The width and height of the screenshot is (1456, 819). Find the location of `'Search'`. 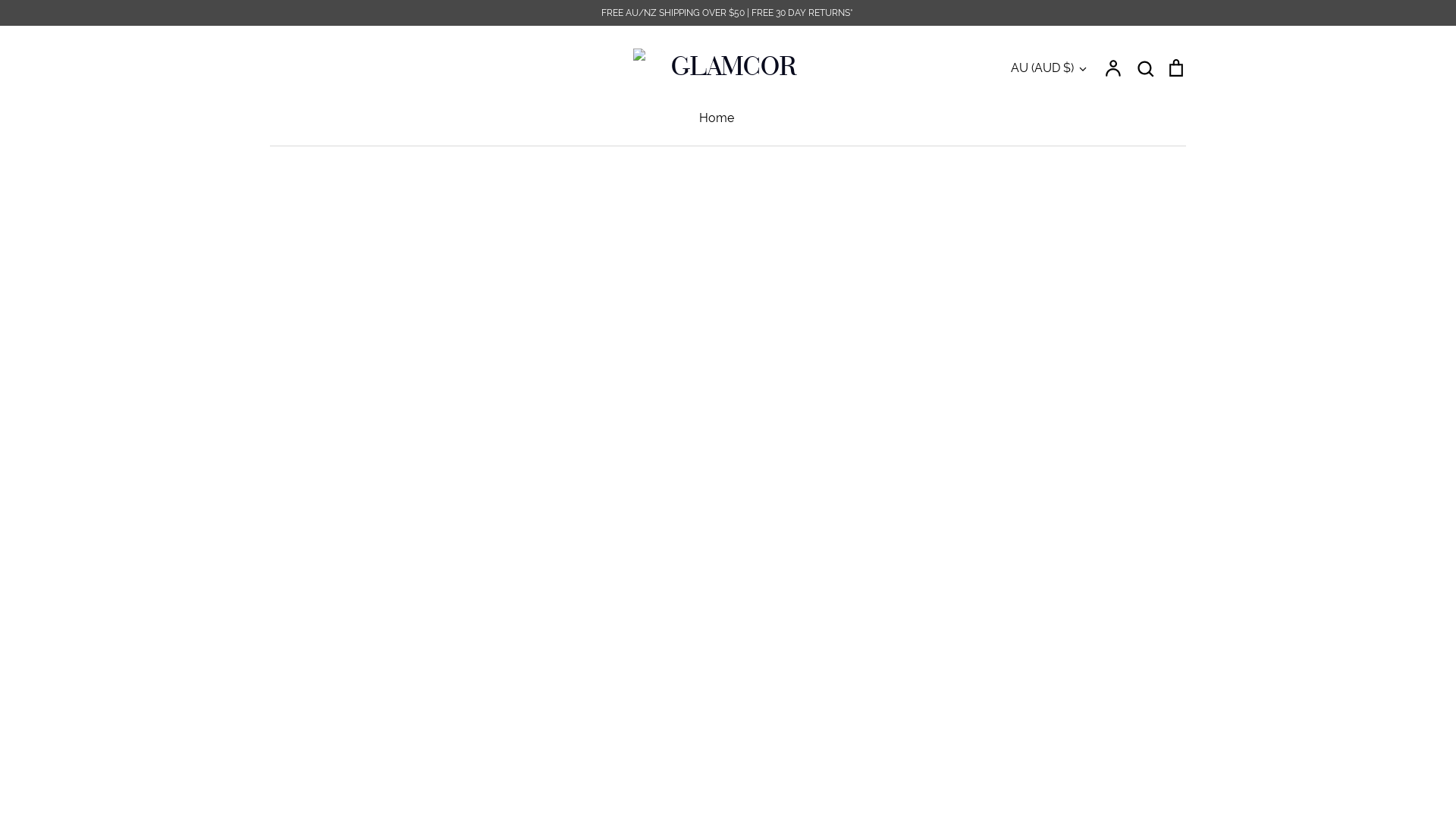

'Search' is located at coordinates (1145, 66).